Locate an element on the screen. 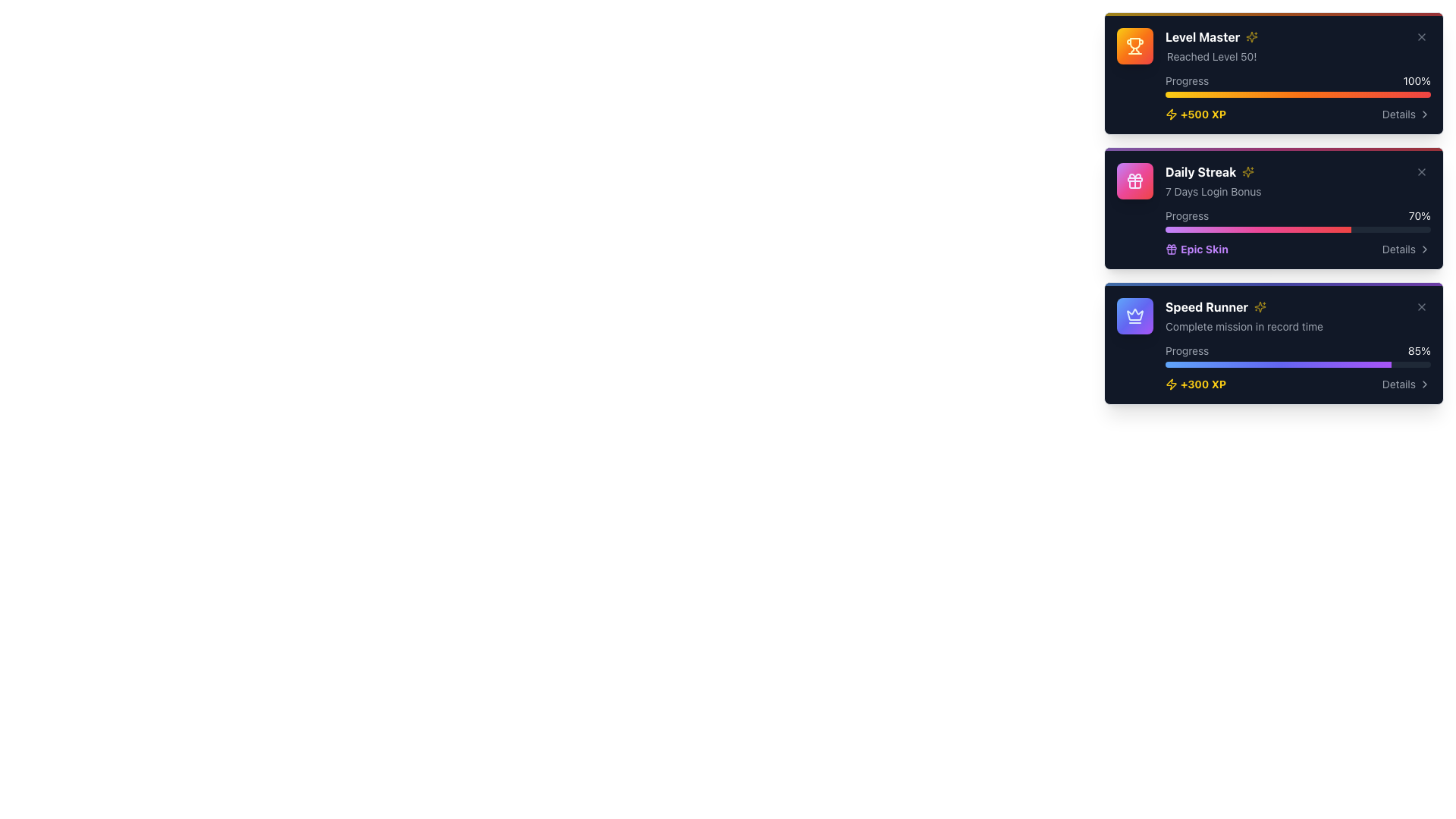 The height and width of the screenshot is (819, 1456). the decorative icon representing the 'Speed Runner' achievement, located on the left side of the 'Speed Runner' card above the text 'Complete mission in record time.' is located at coordinates (1135, 315).